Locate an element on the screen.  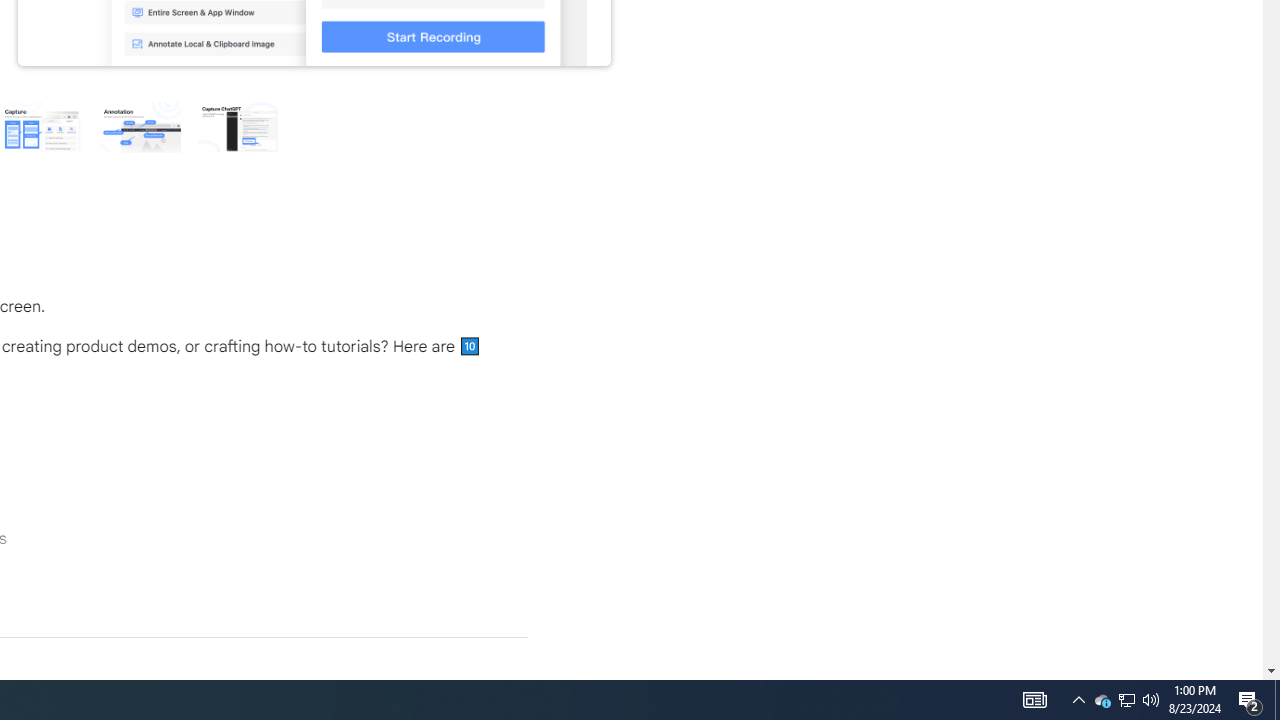
'Q2790: 100%' is located at coordinates (1151, 698).